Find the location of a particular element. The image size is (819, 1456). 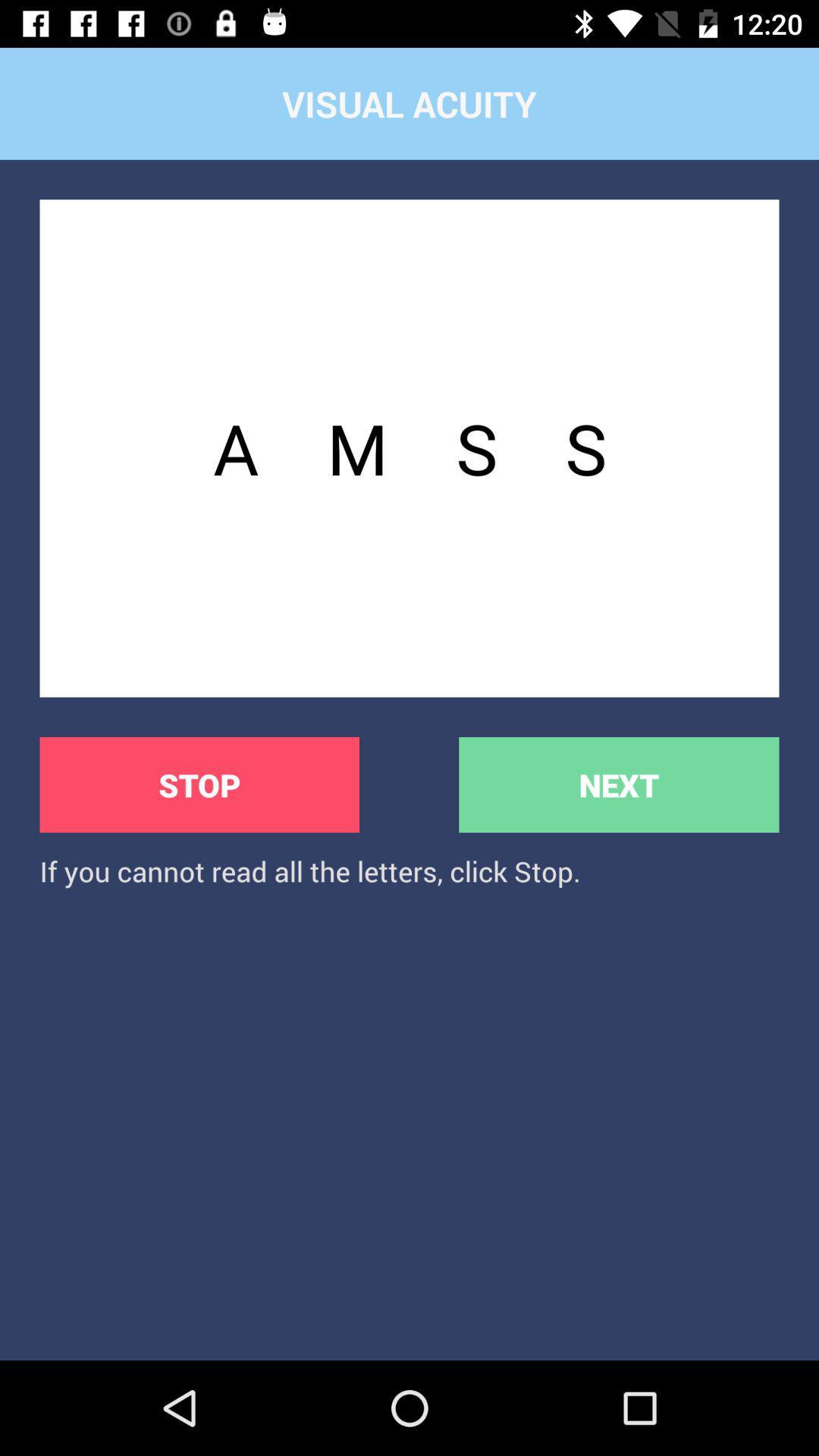

the next button is located at coordinates (619, 785).